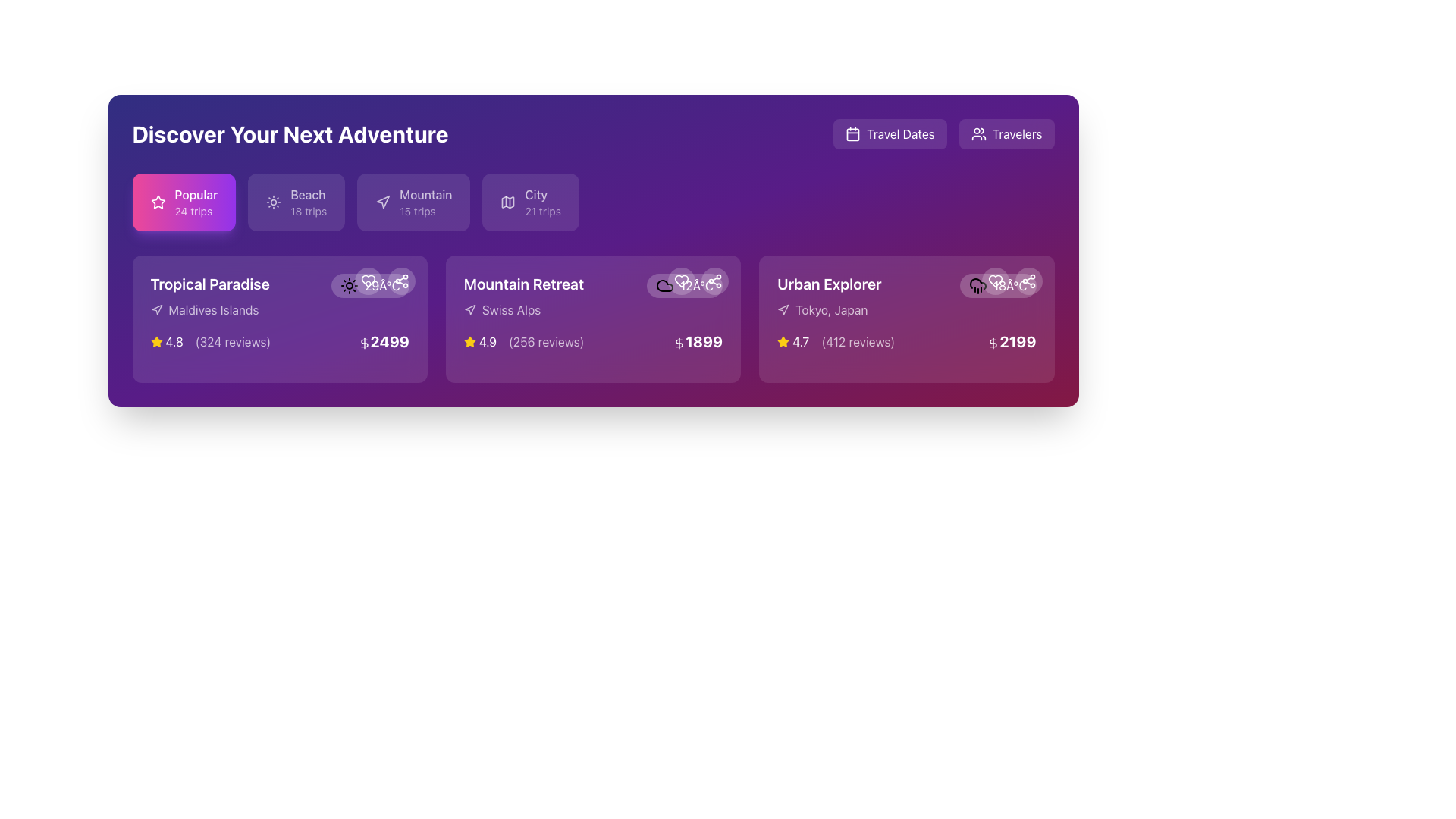  Describe the element at coordinates (158, 201) in the screenshot. I see `the star icon located within the 'Popular 24 trips' button, positioned to the left of the text, which indicates popularity or favorite status` at that location.